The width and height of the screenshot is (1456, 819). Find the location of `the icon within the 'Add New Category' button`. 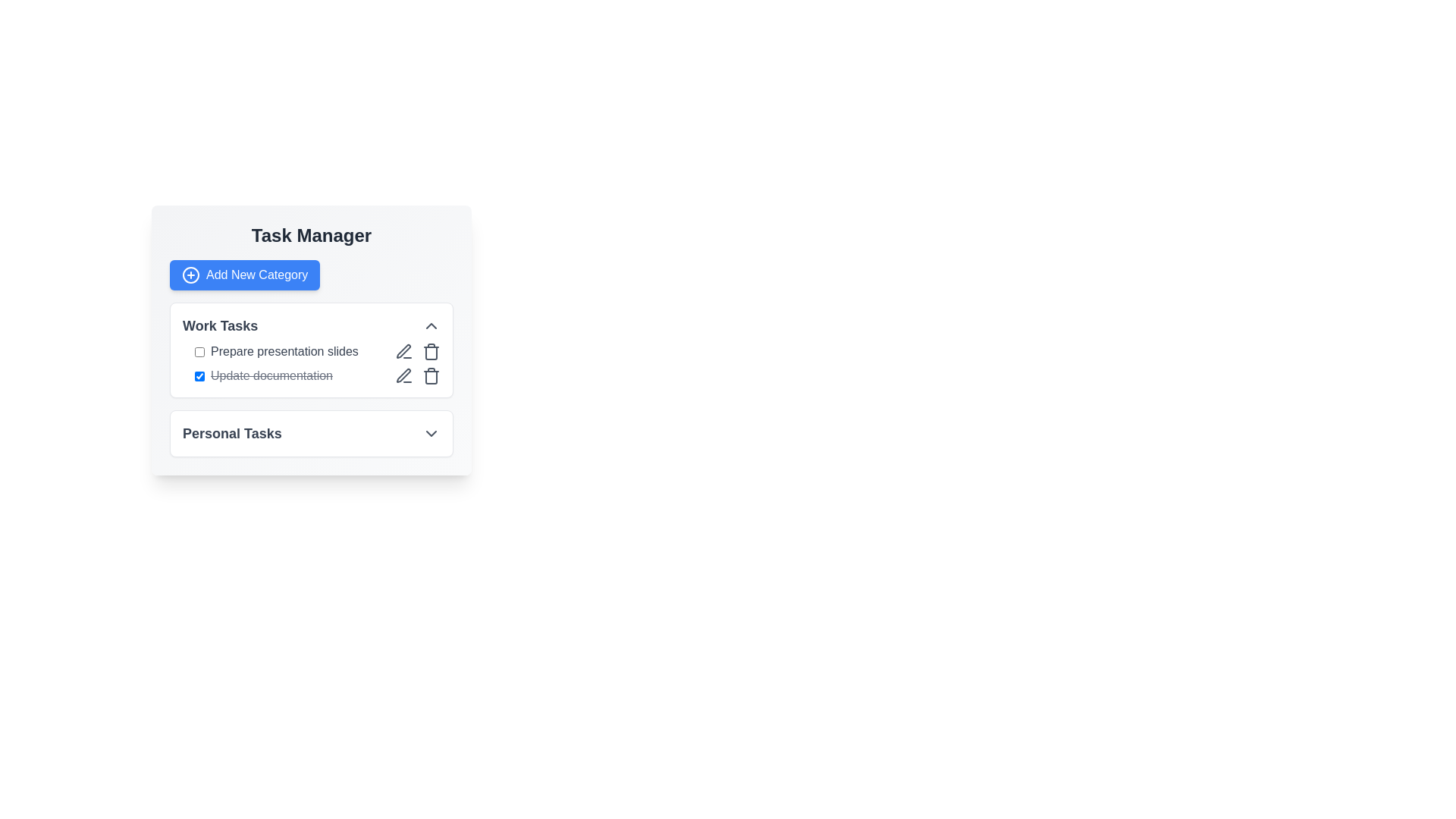

the icon within the 'Add New Category' button is located at coordinates (190, 275).